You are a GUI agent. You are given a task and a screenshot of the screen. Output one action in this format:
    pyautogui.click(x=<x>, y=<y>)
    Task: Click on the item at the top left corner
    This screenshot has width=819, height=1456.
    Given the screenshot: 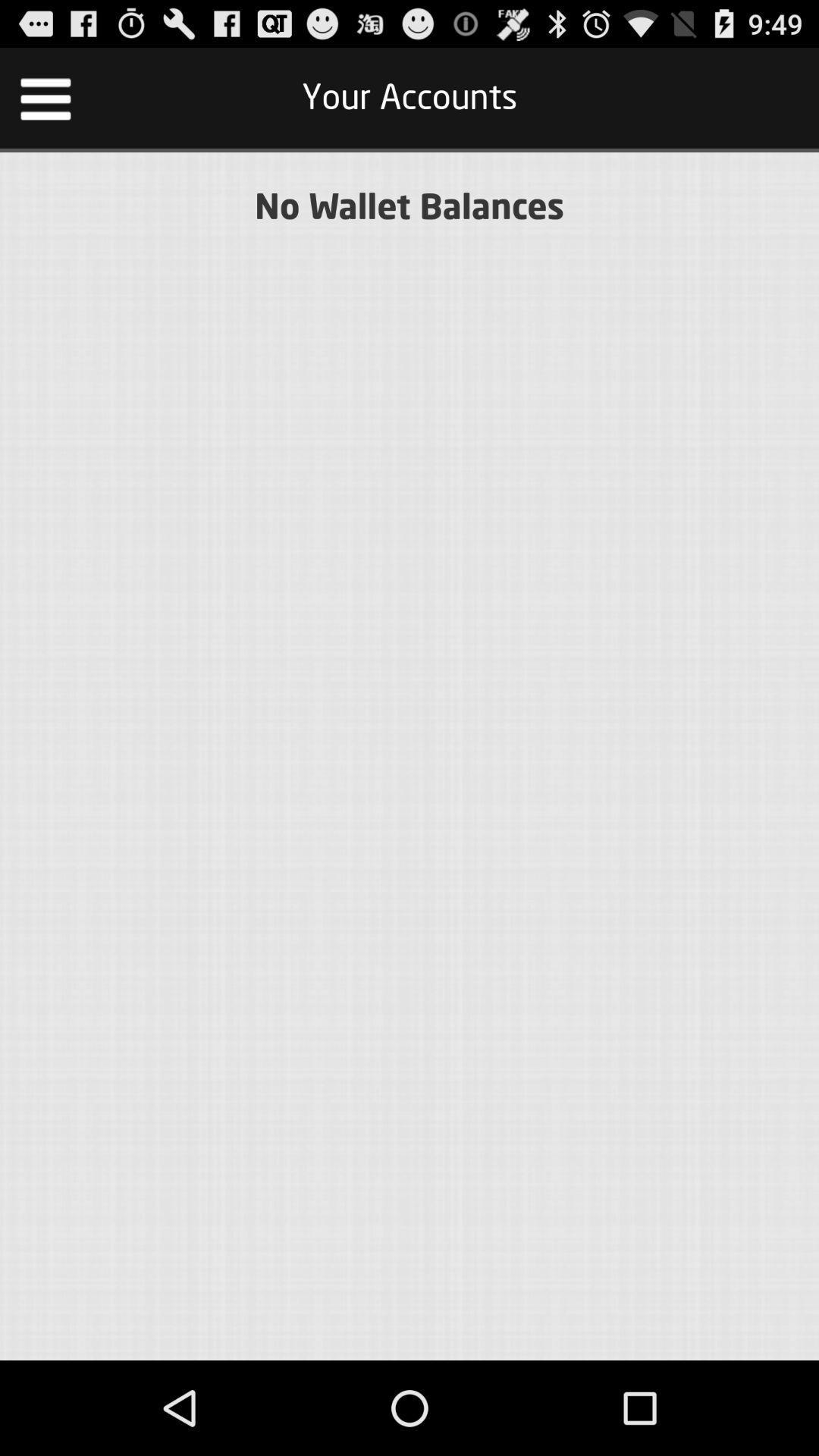 What is the action you would take?
    pyautogui.click(x=45, y=97)
    